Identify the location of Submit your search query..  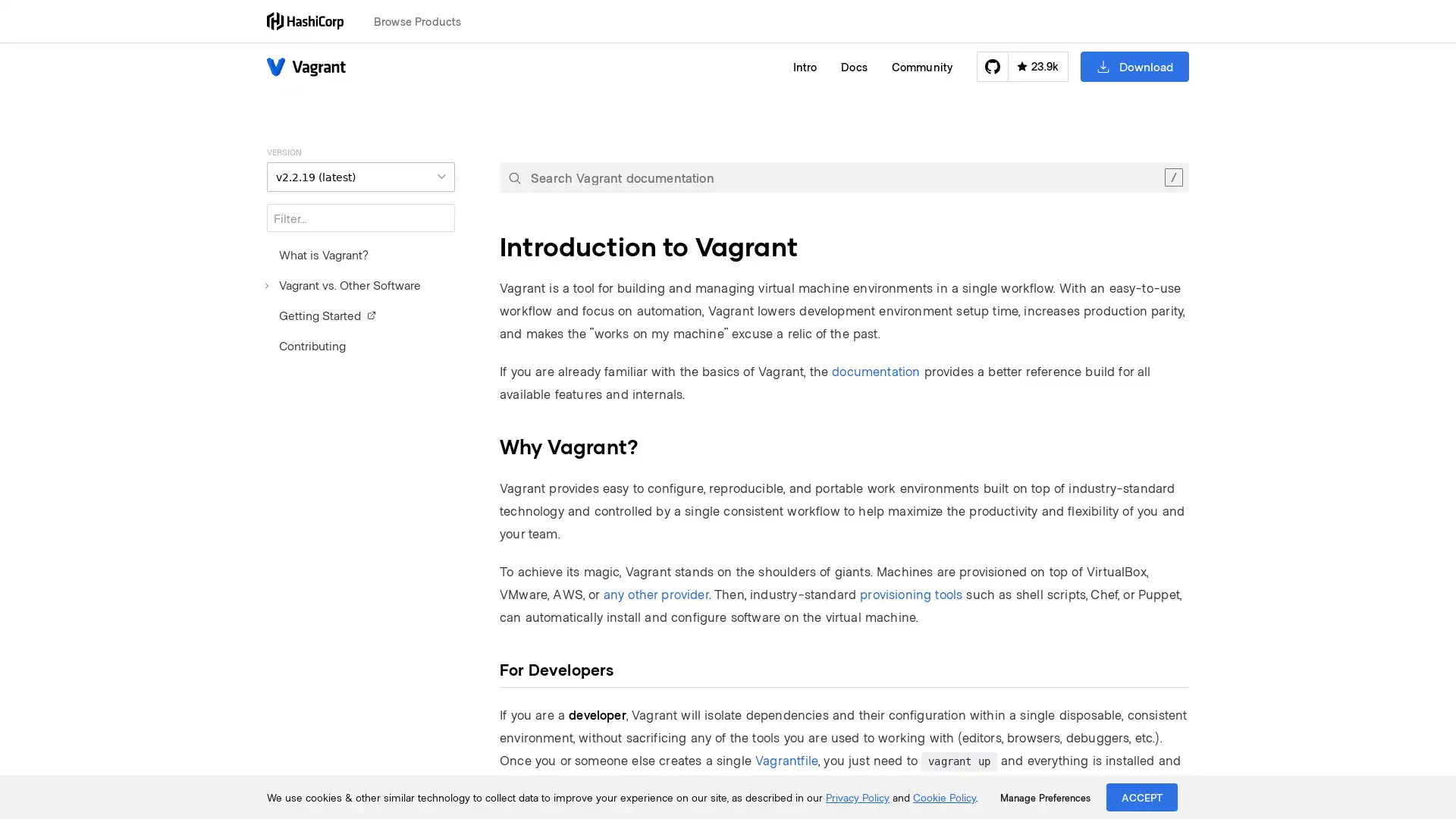
(514, 177).